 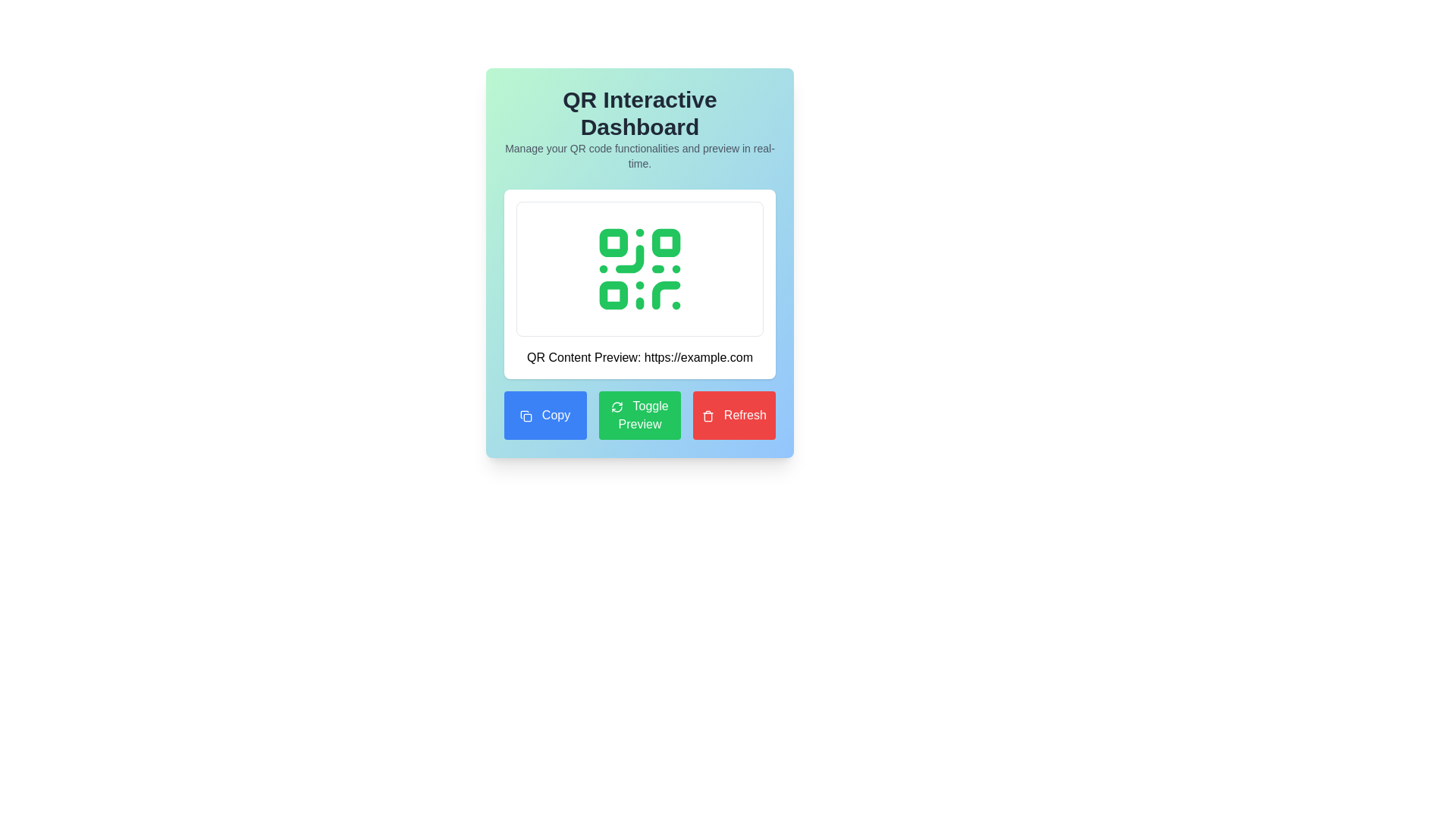 What do you see at coordinates (666, 242) in the screenshot?
I see `the second square block from the top within the QR code graphic in the QR Interactive Dashboard` at bounding box center [666, 242].